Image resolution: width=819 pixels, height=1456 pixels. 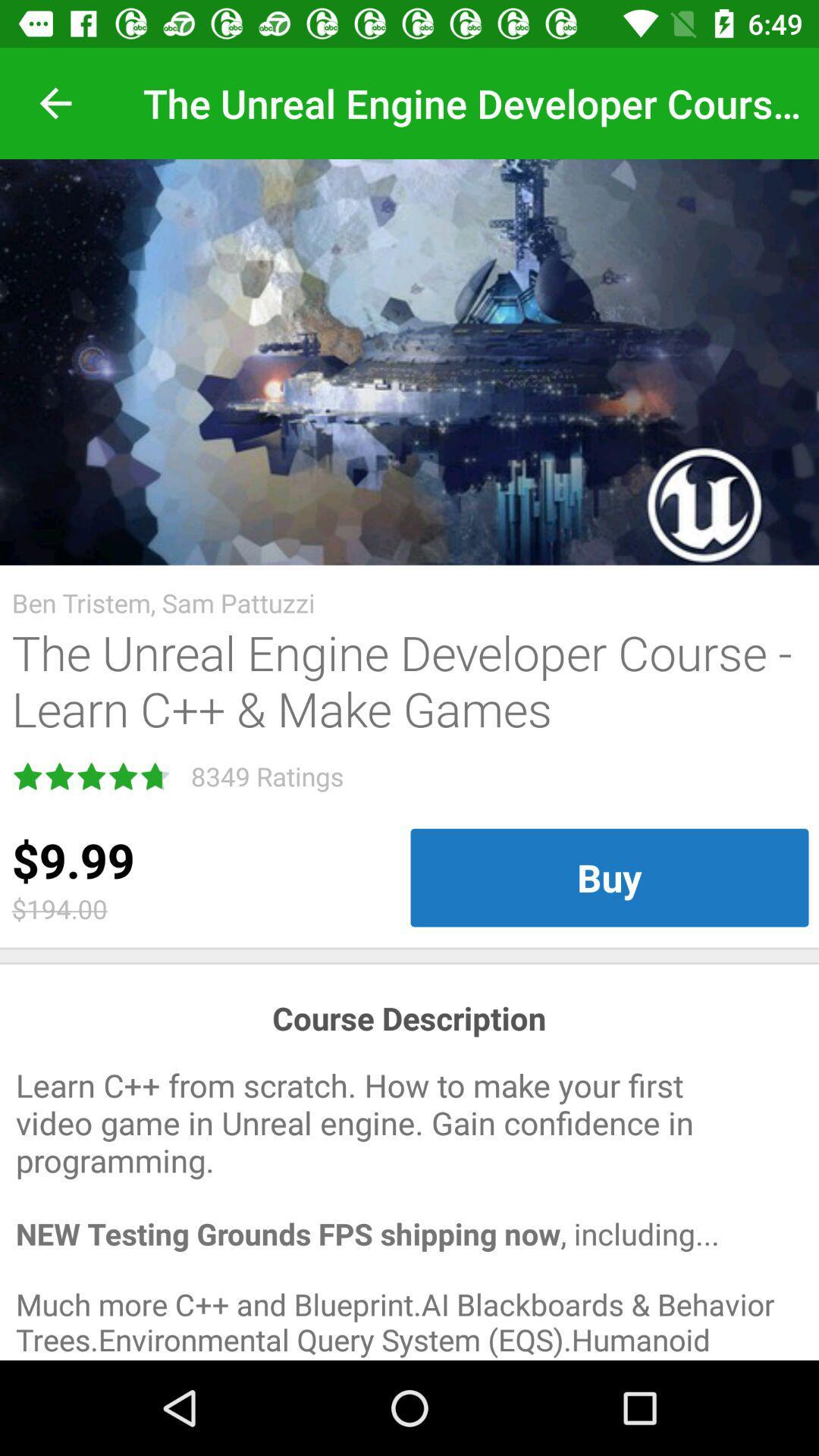 I want to click on icon below the unreal engine item, so click(x=608, y=877).